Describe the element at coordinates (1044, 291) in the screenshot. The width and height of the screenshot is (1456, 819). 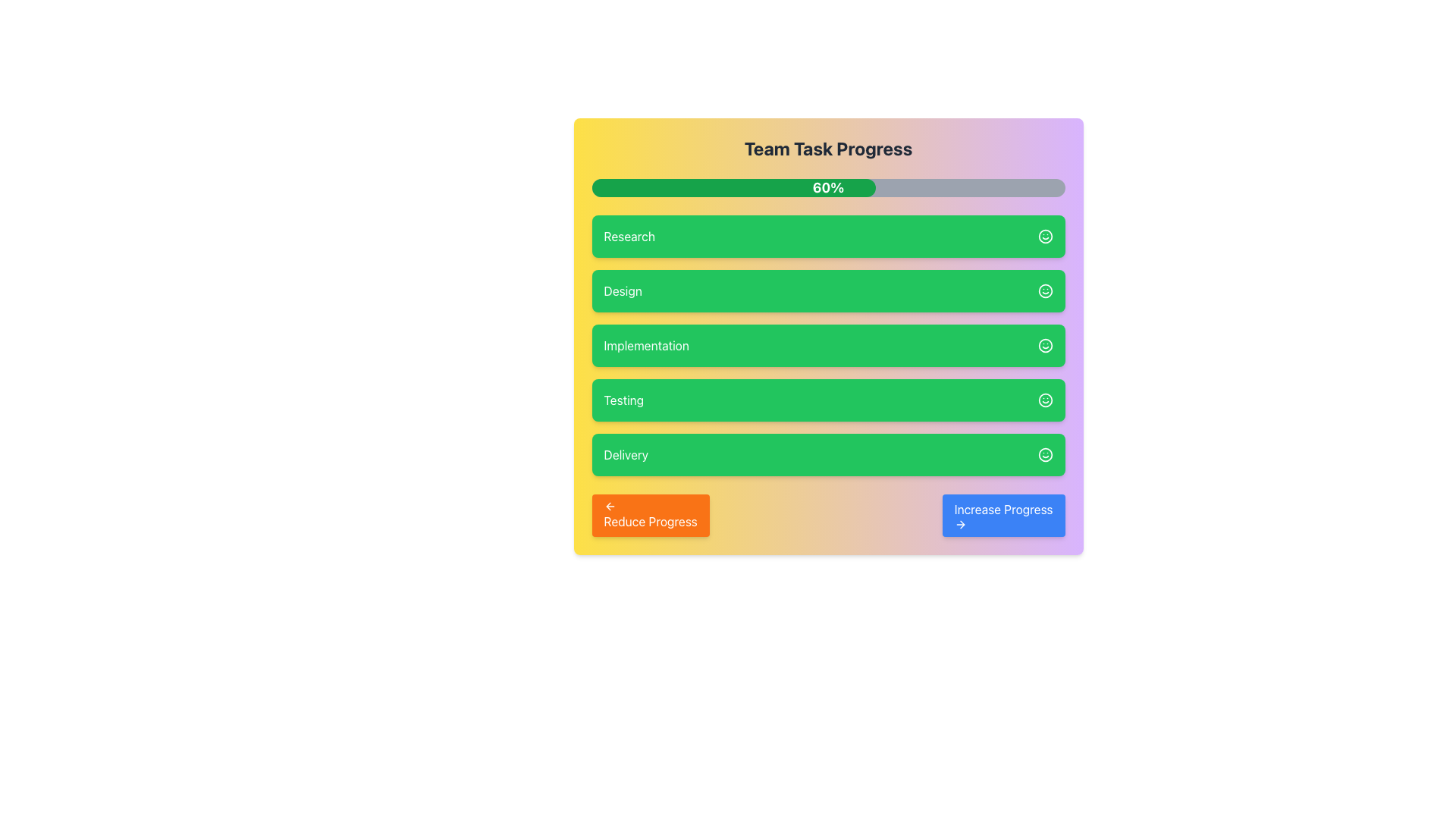
I see `the status marker icon located on the right side of the green rectangle labeled 'Design', which indicates the progress of the 'Design' task` at that location.